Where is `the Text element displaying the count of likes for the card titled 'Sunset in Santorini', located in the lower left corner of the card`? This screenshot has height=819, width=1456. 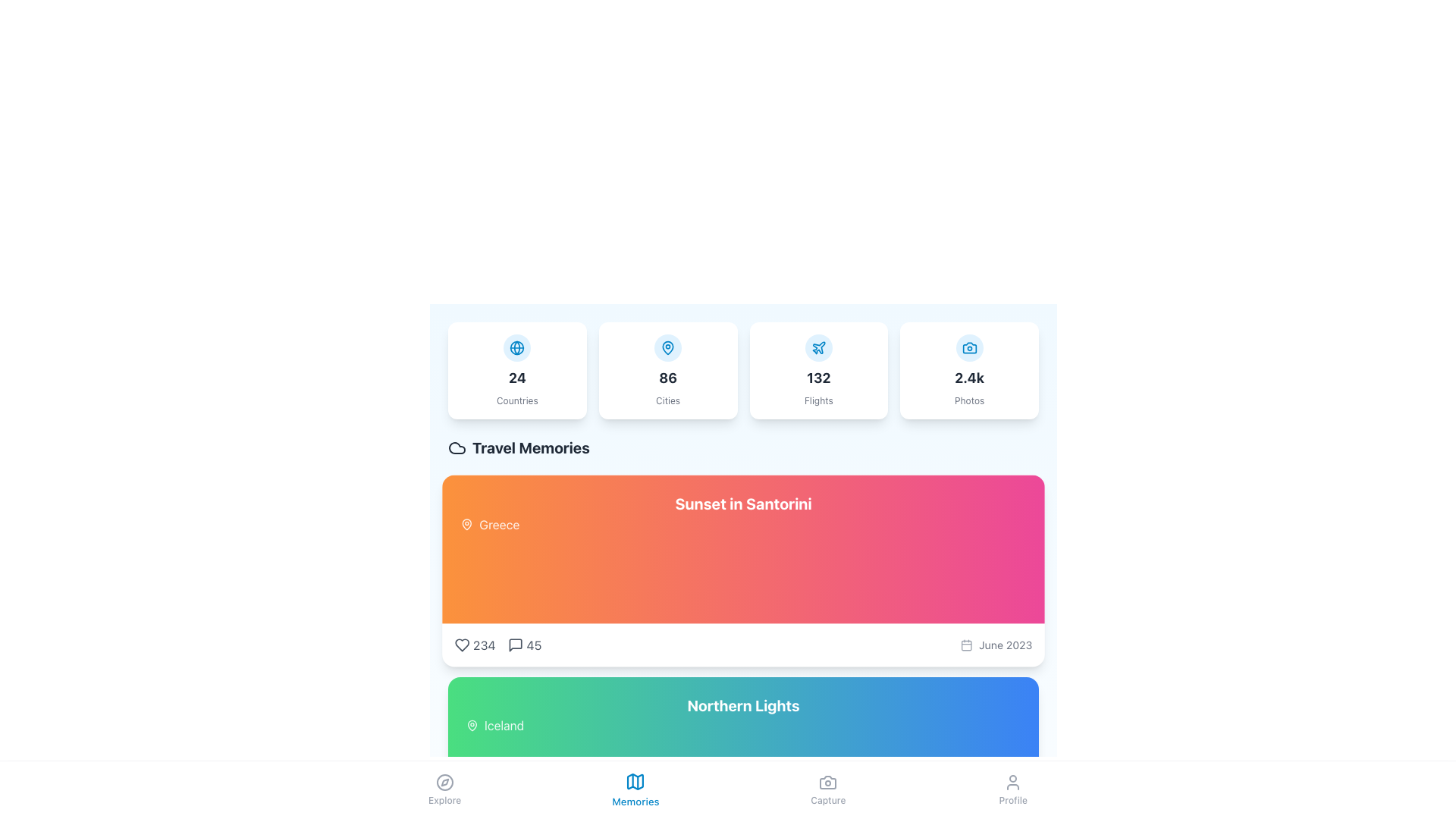 the Text element displaying the count of likes for the card titled 'Sunset in Santorini', located in the lower left corner of the card is located at coordinates (483, 645).